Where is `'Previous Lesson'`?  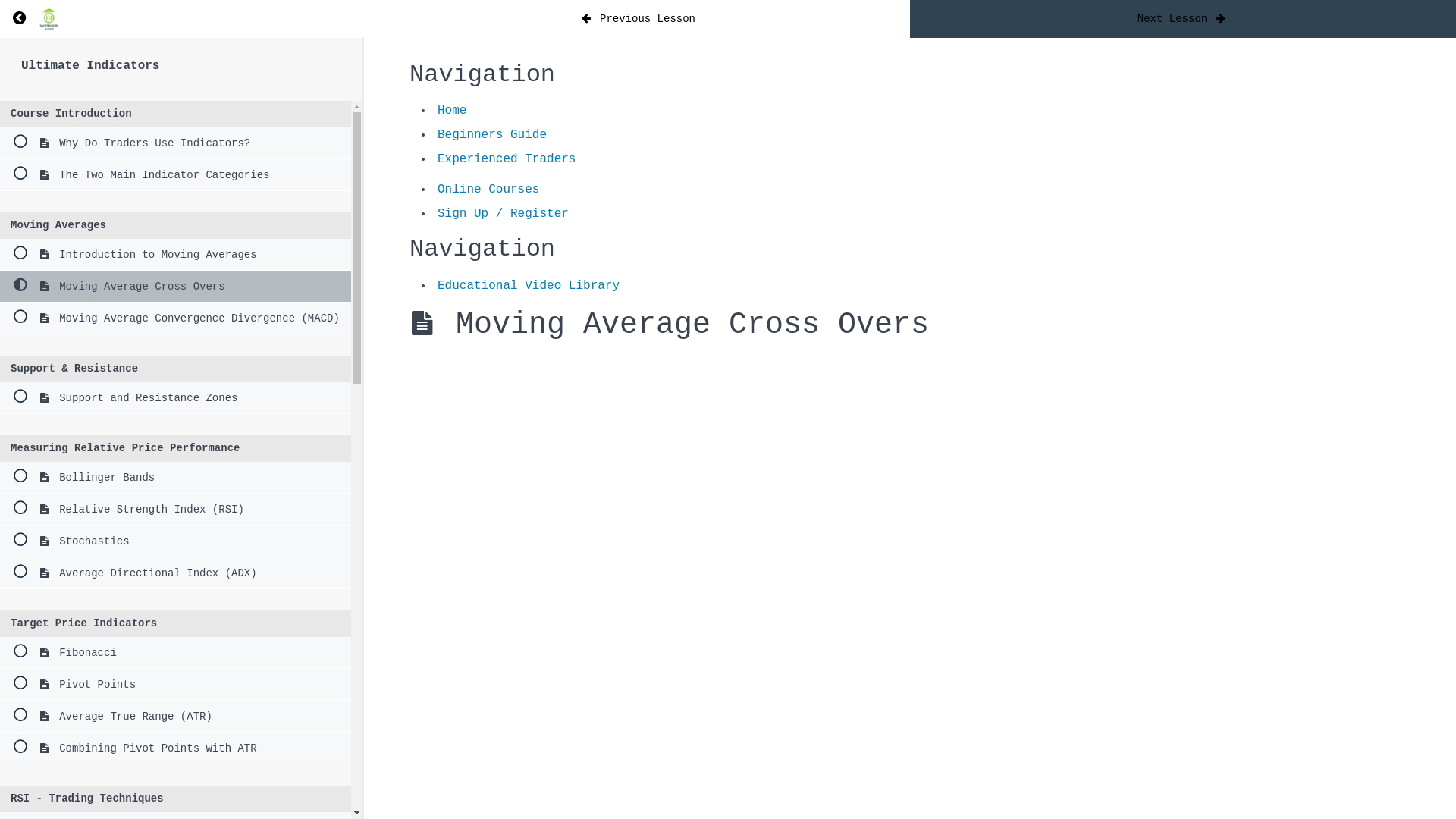 'Previous Lesson' is located at coordinates (637, 18).